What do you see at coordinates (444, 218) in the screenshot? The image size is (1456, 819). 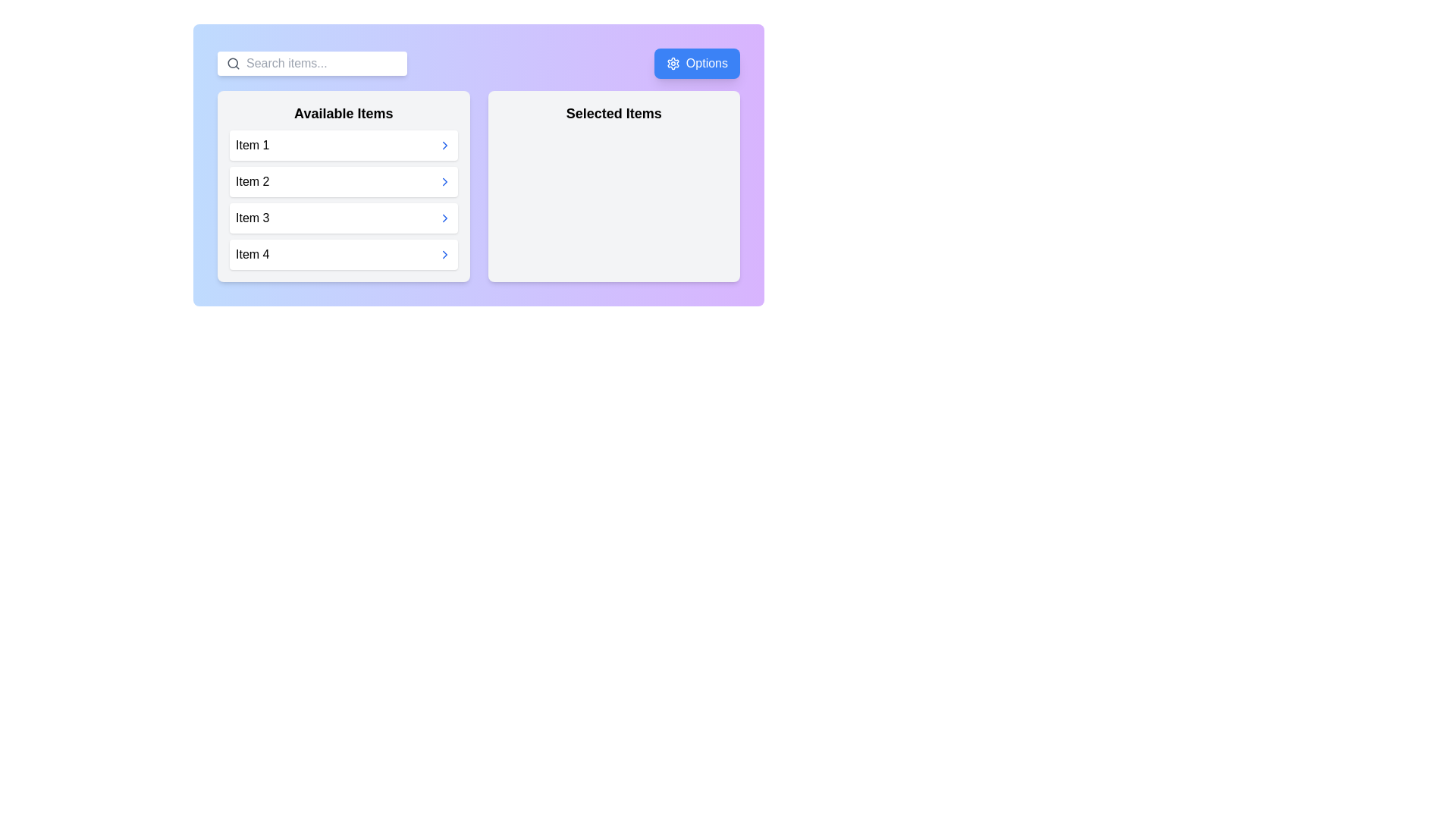 I see `right arrow button next to Item 3 in the 'Available Items' list to move it to the 'Selected Items' list` at bounding box center [444, 218].